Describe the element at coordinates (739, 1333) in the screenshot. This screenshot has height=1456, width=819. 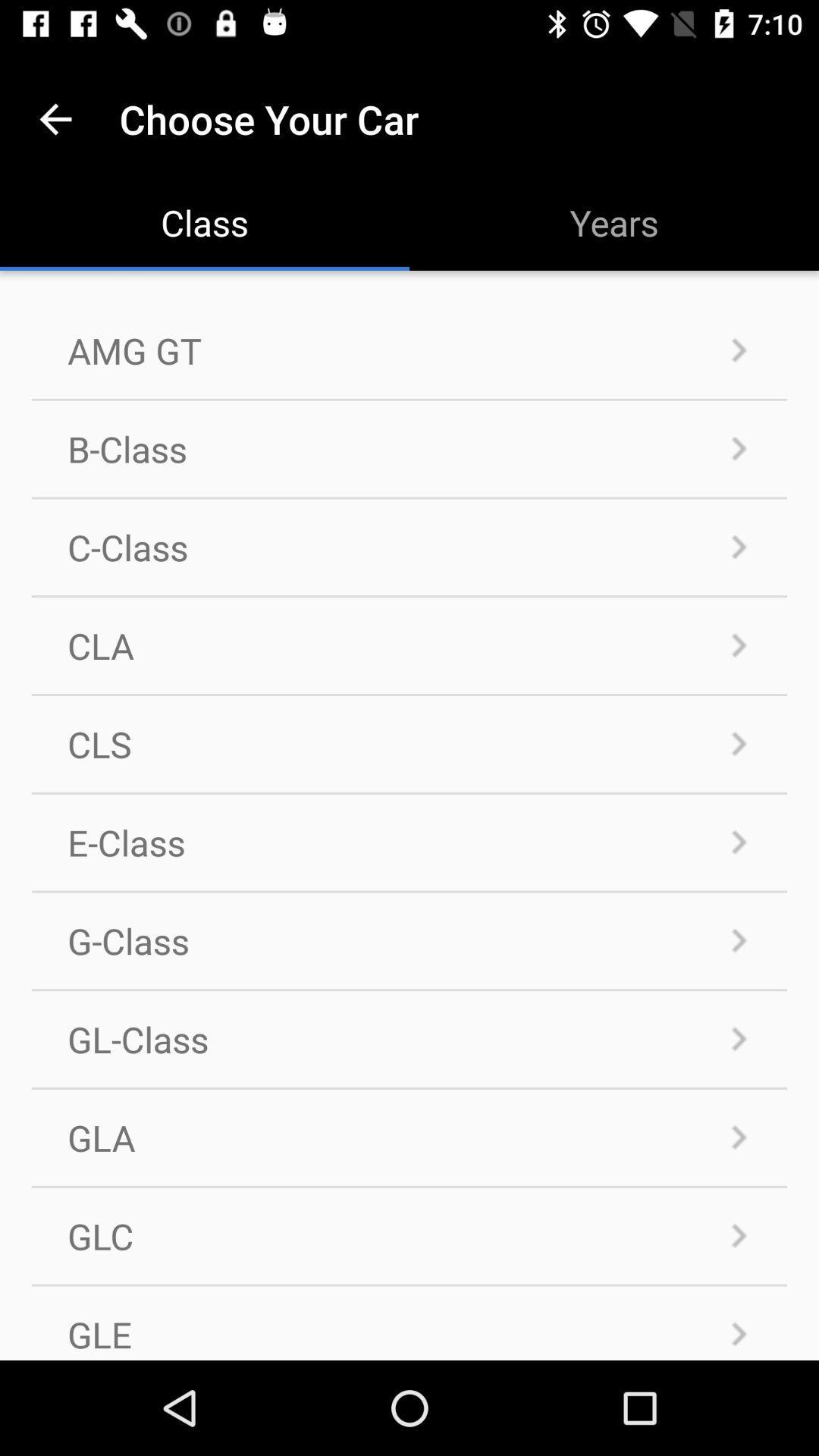
I see `the icon which is on the bottom of the  right corner` at that location.